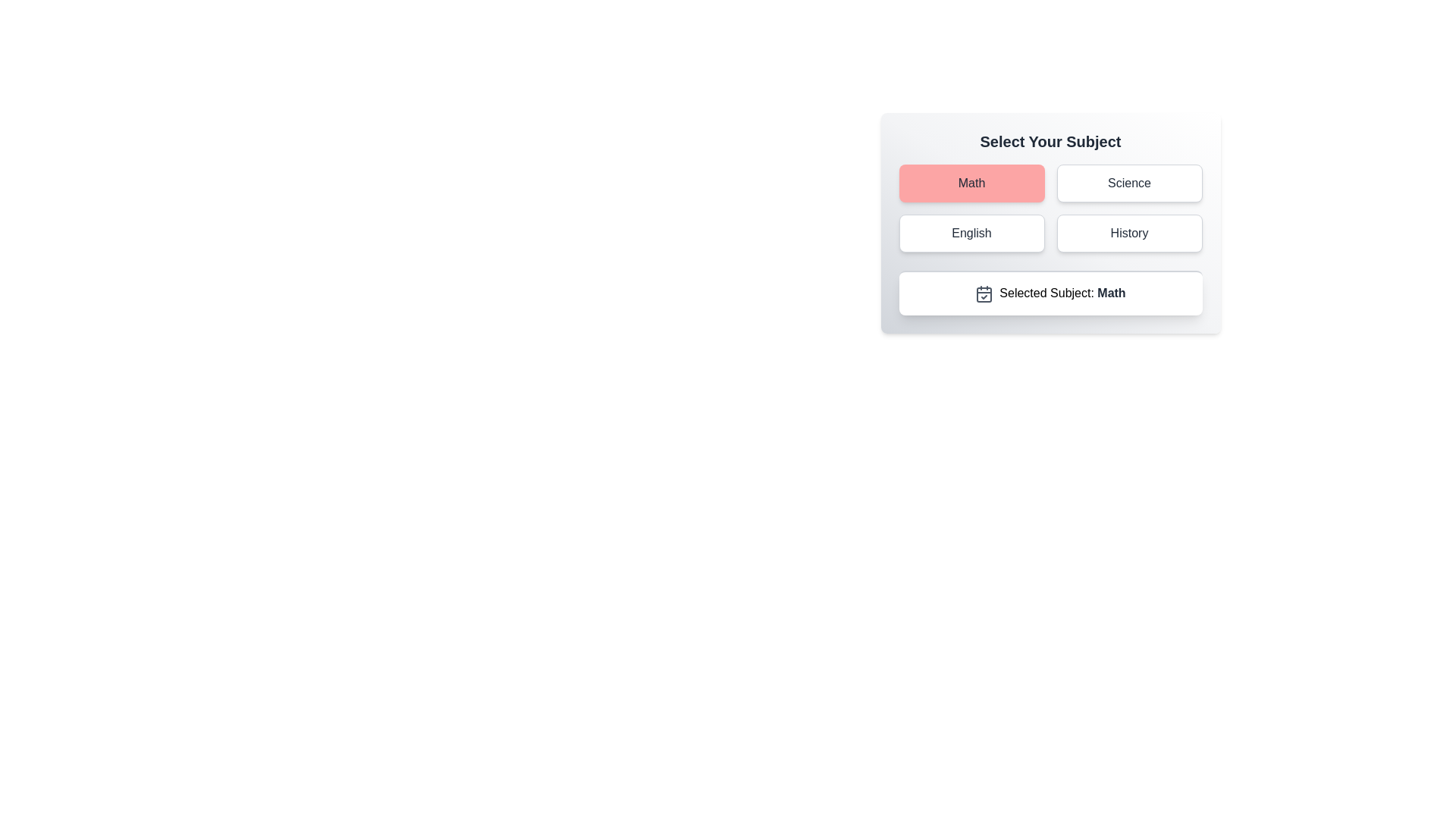 This screenshot has height=819, width=1456. Describe the element at coordinates (1050, 208) in the screenshot. I see `the grid containing selection buttons, specifically the highlighted 'Math' item in the top-left corner` at that location.